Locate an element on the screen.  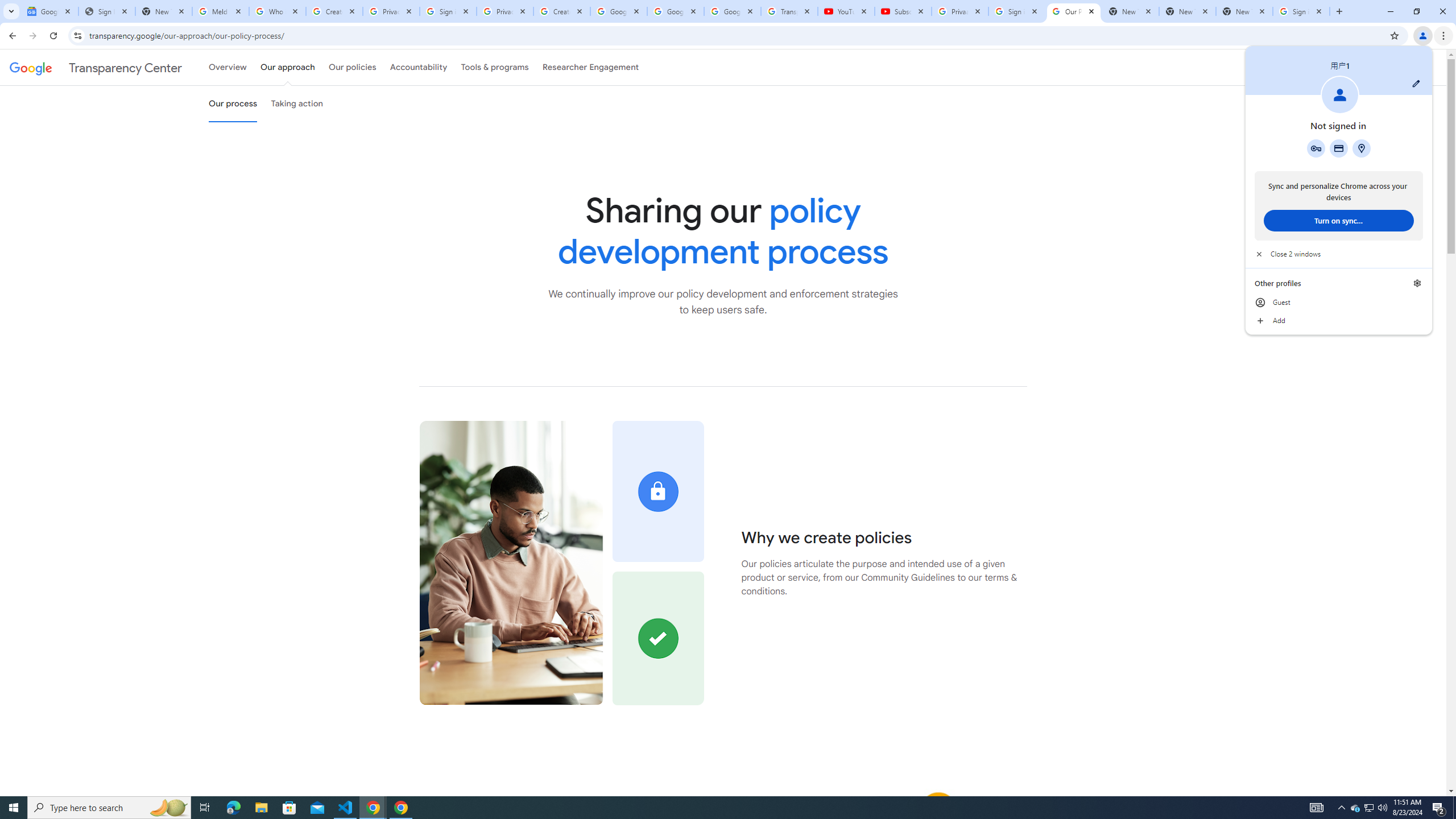
'Subscriptions - YouTube' is located at coordinates (902, 11).